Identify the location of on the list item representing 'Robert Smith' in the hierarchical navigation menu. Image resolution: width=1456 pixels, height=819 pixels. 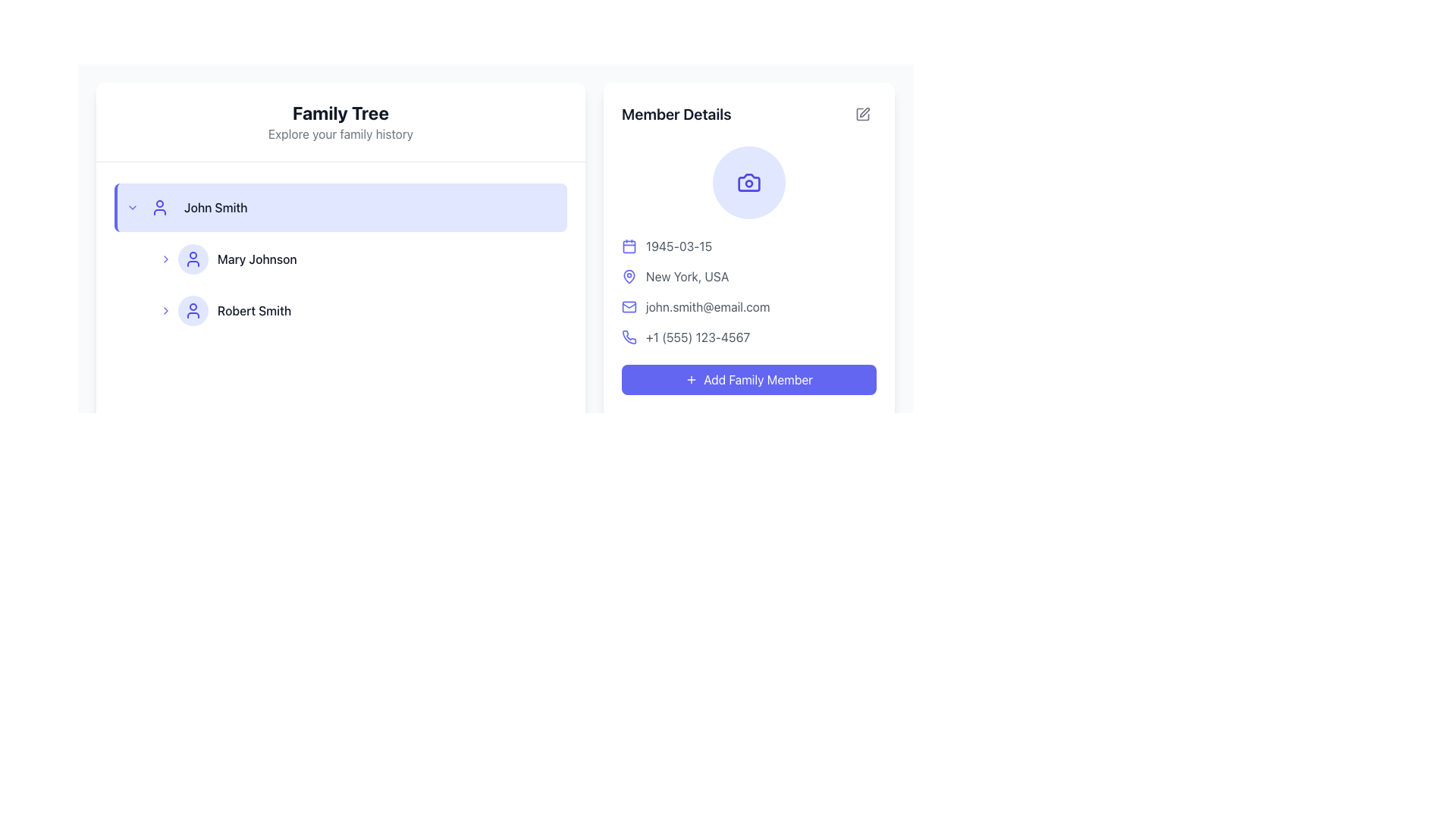
(358, 309).